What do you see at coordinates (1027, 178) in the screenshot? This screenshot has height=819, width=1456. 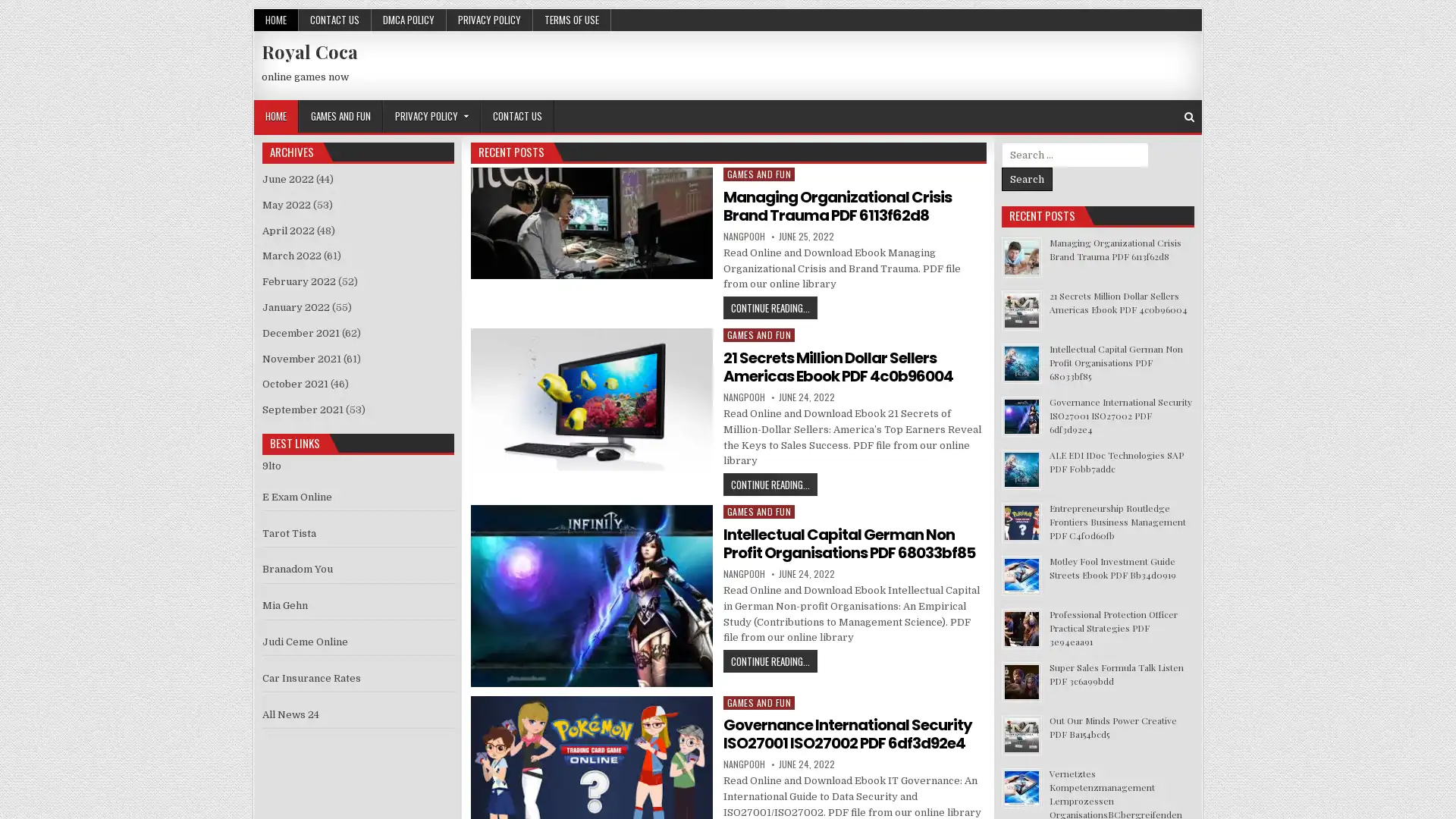 I see `Search` at bounding box center [1027, 178].